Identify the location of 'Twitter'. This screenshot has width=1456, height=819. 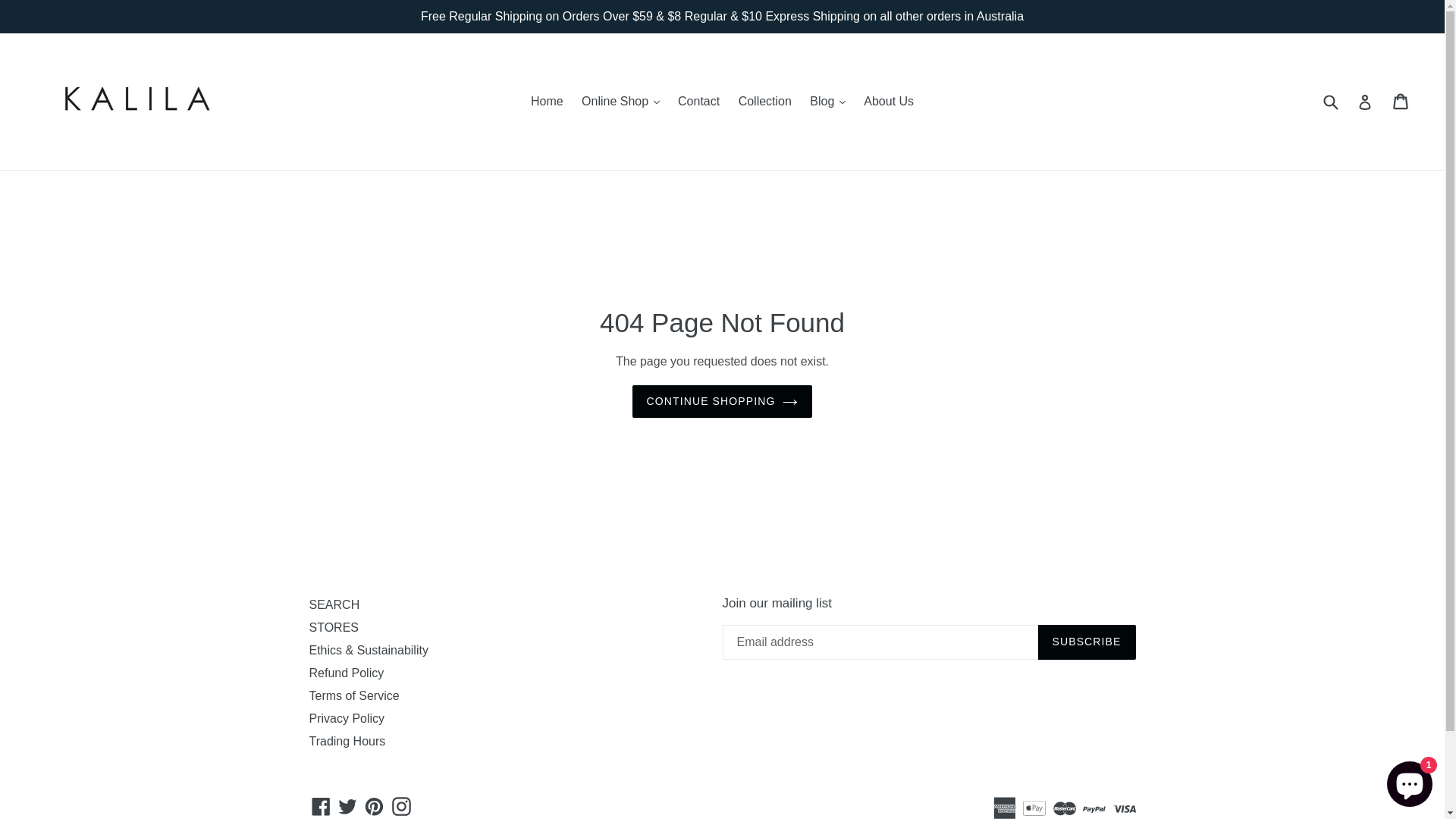
(347, 805).